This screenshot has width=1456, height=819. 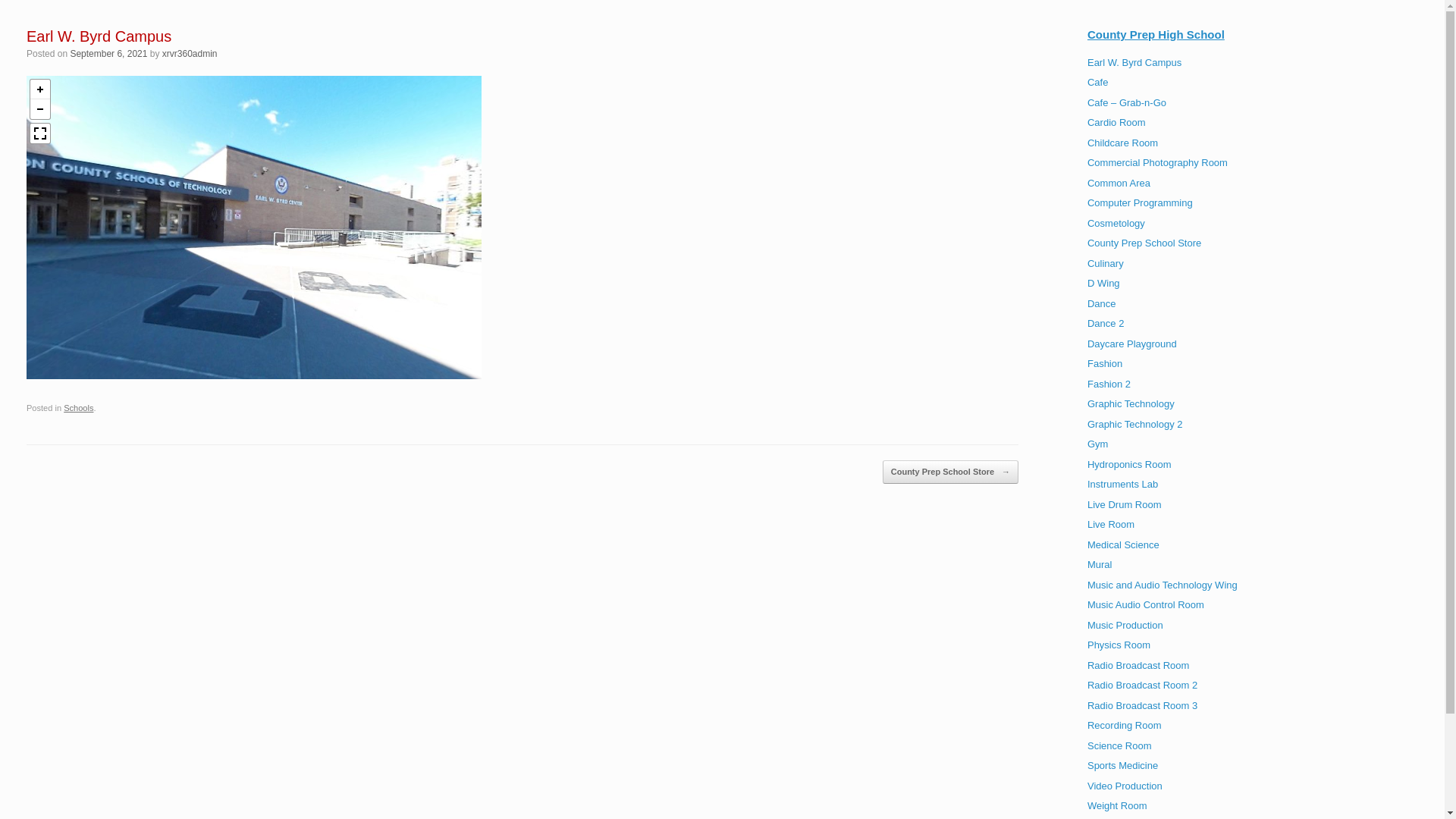 I want to click on 'Live Room', so click(x=1110, y=523).